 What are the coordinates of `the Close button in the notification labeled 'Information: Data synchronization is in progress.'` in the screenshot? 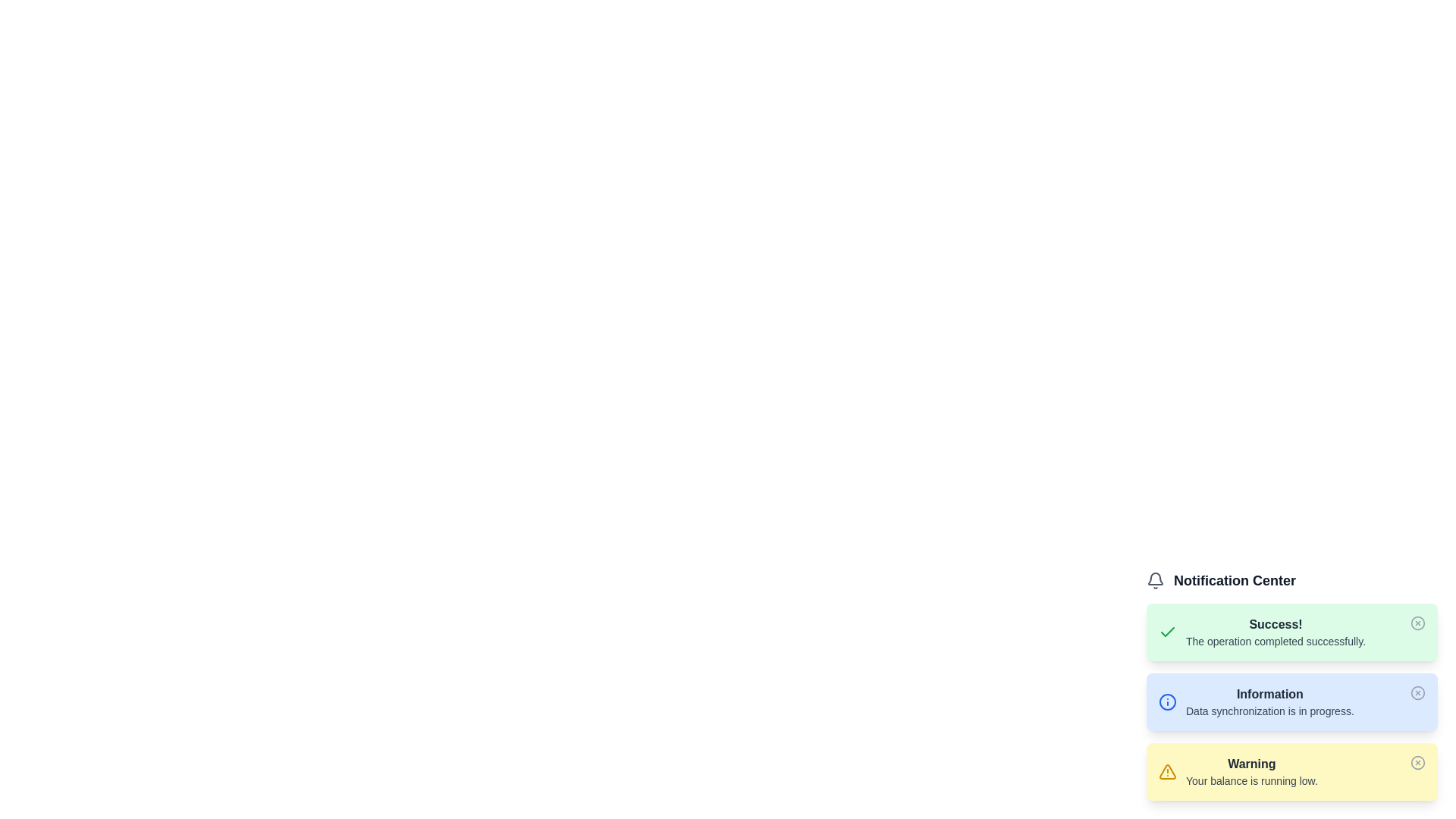 It's located at (1417, 693).